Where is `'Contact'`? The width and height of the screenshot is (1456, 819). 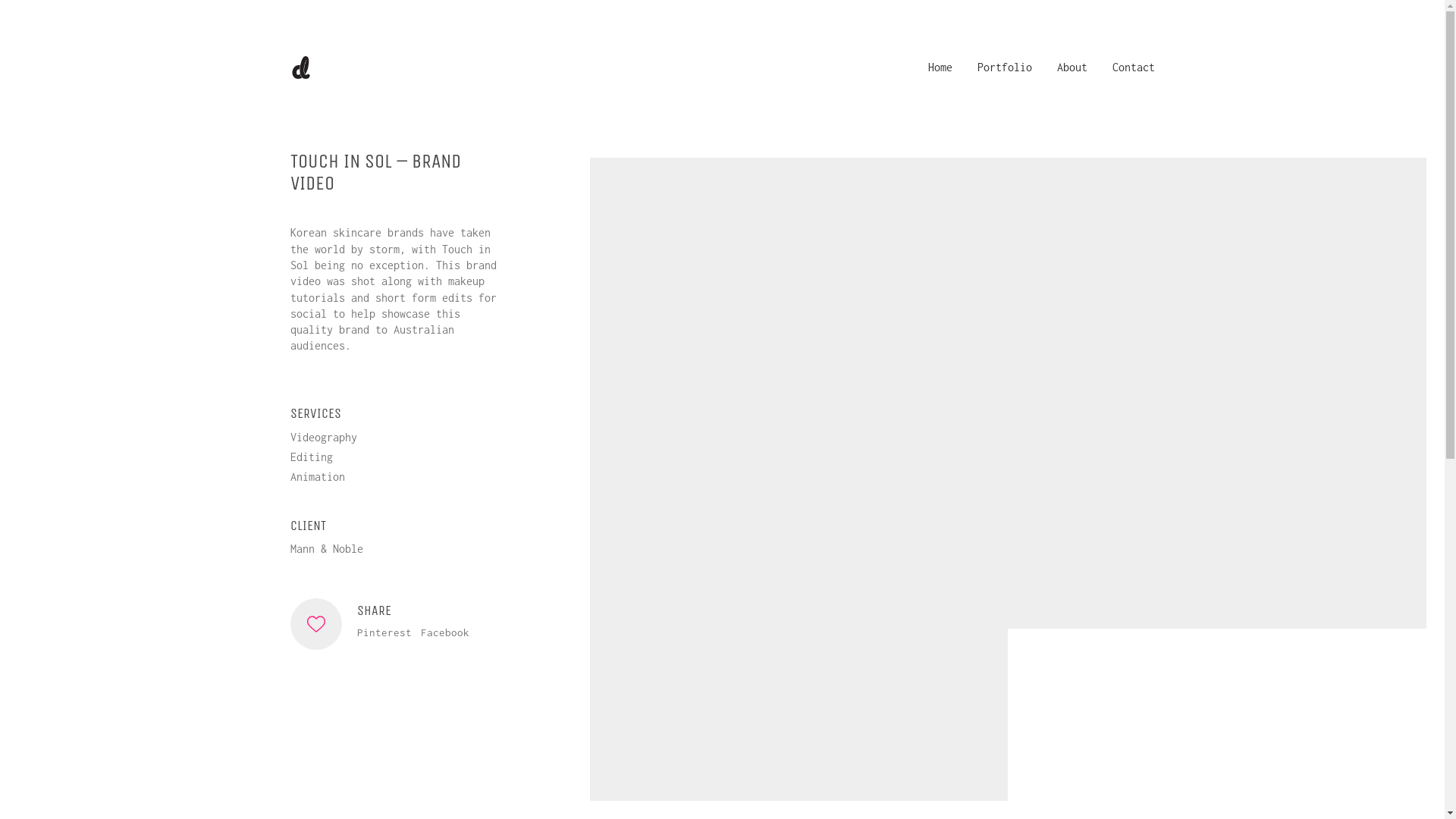 'Contact' is located at coordinates (1132, 66).